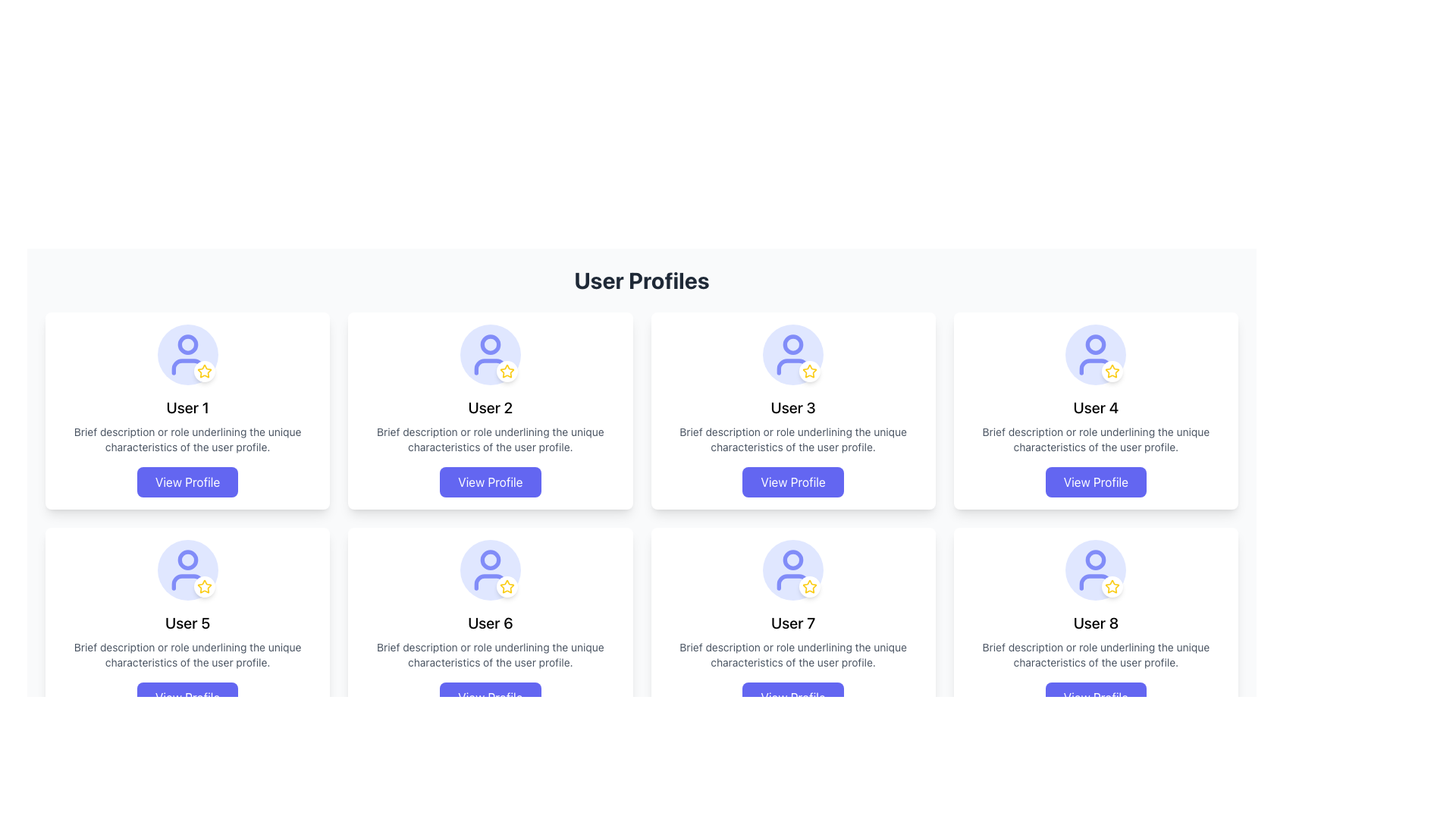 The height and width of the screenshot is (819, 1456). I want to click on the Circular icon with a user avatar and star decoration located at the top-center of the 'User 2' card, so click(490, 354).